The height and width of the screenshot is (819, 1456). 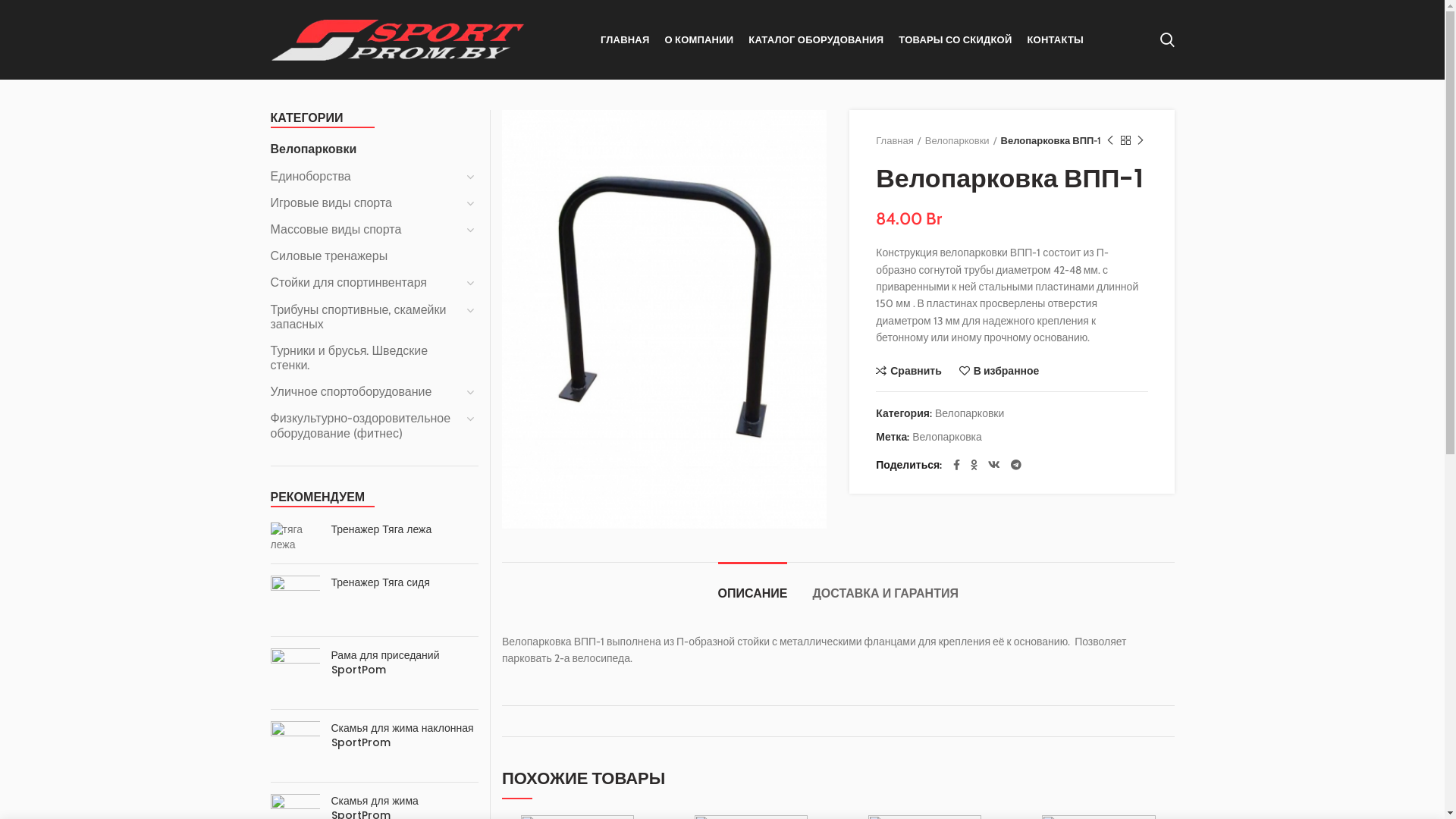 I want to click on 'VK', so click(x=341, y=730).